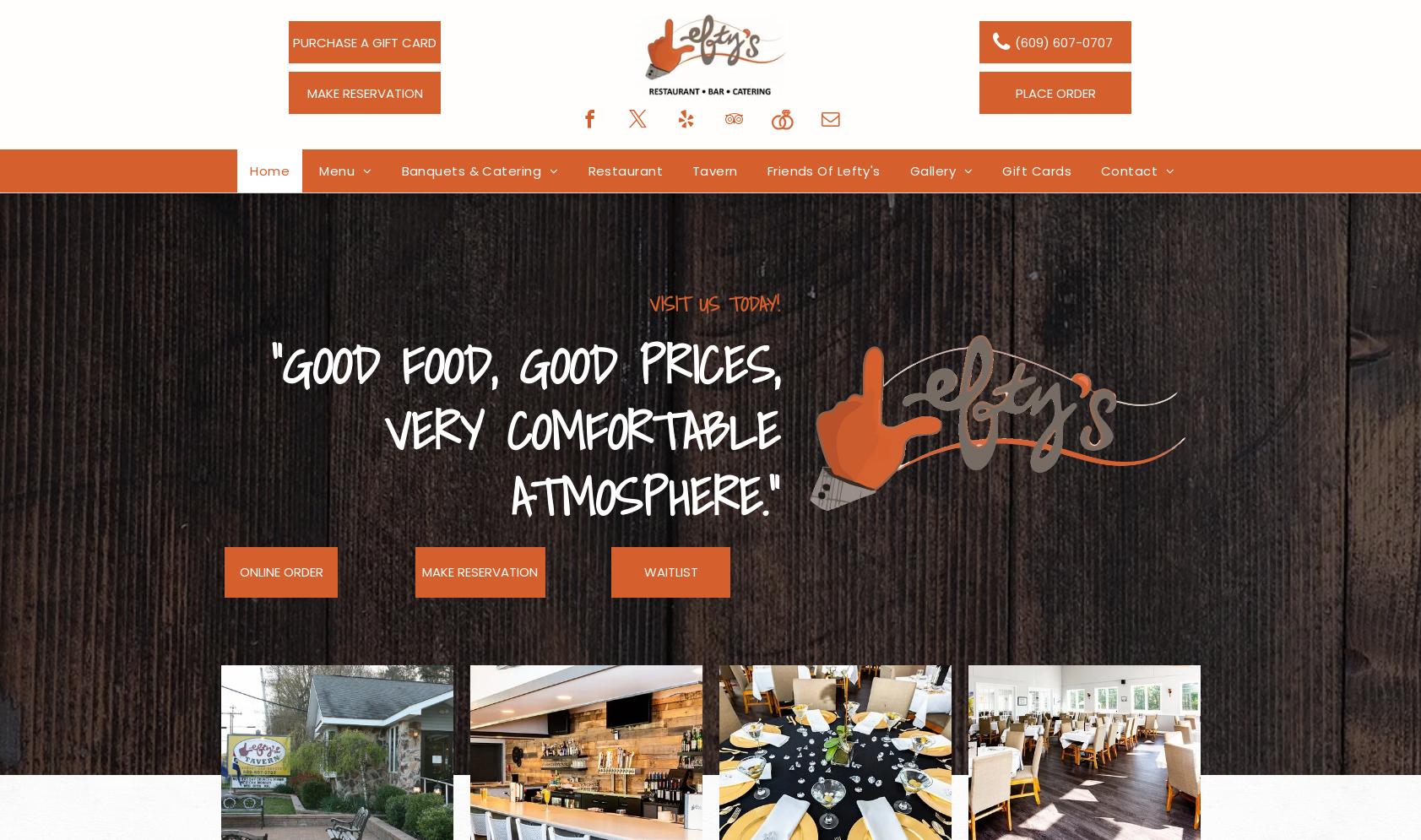 This screenshot has height=840, width=1421. What do you see at coordinates (714, 170) in the screenshot?
I see `'Tavern'` at bounding box center [714, 170].